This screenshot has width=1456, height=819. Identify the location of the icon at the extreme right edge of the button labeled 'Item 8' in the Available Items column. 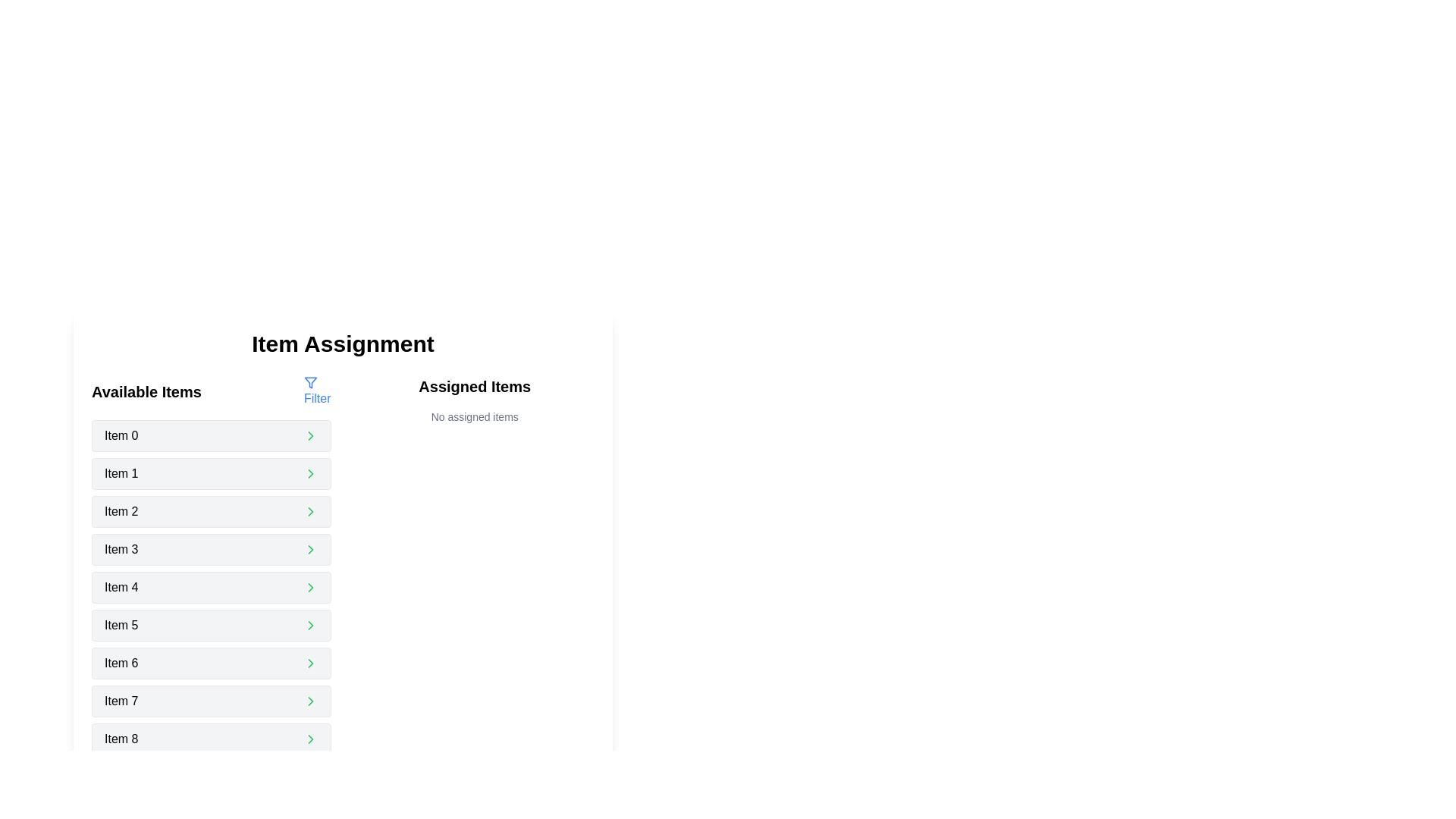
(309, 739).